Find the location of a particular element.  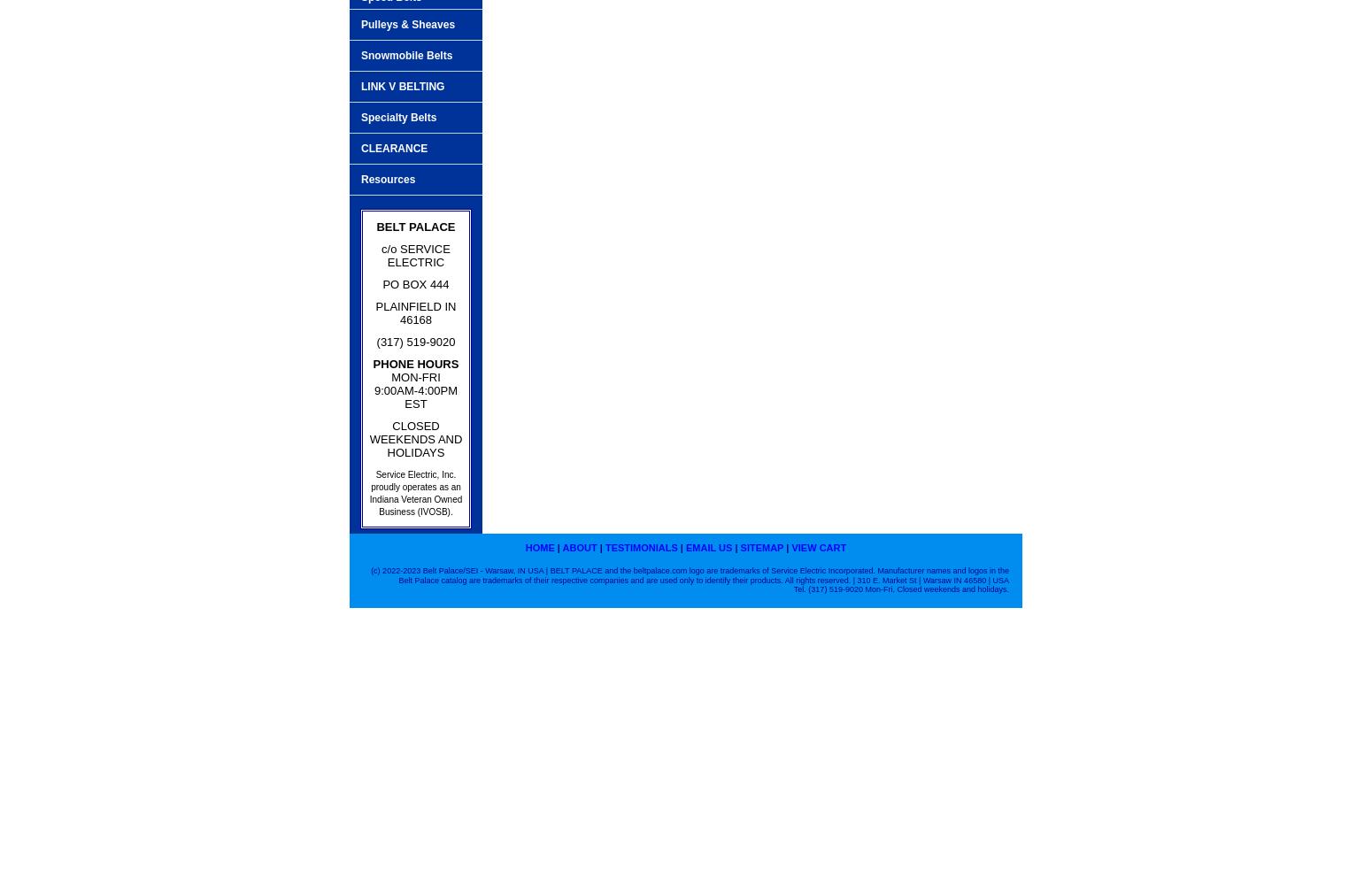

'MON-FRI' is located at coordinates (391, 376).